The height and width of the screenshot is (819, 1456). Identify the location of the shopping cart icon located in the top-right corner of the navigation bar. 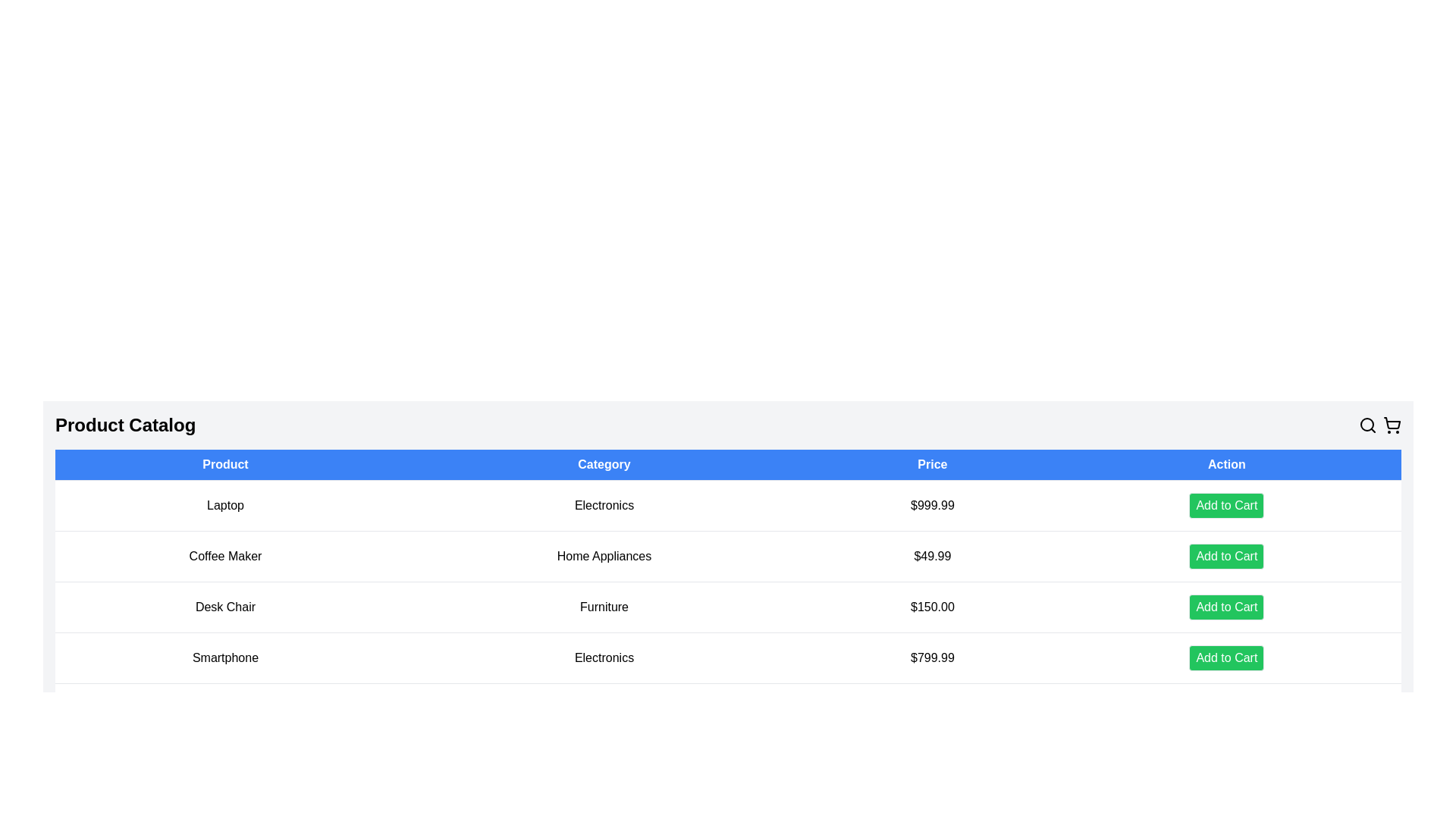
(1392, 423).